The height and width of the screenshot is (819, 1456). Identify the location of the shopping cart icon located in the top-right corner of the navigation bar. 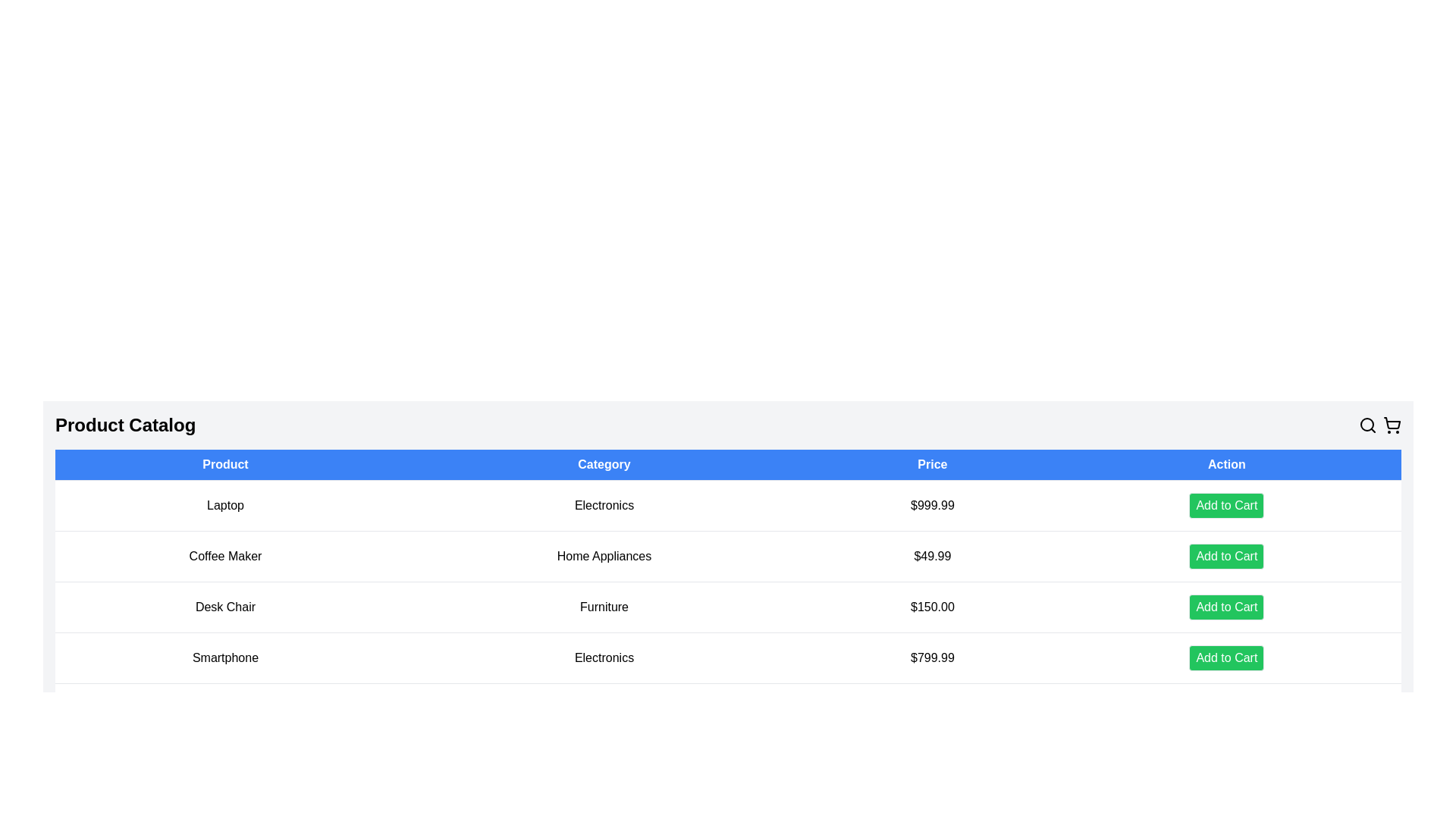
(1392, 423).